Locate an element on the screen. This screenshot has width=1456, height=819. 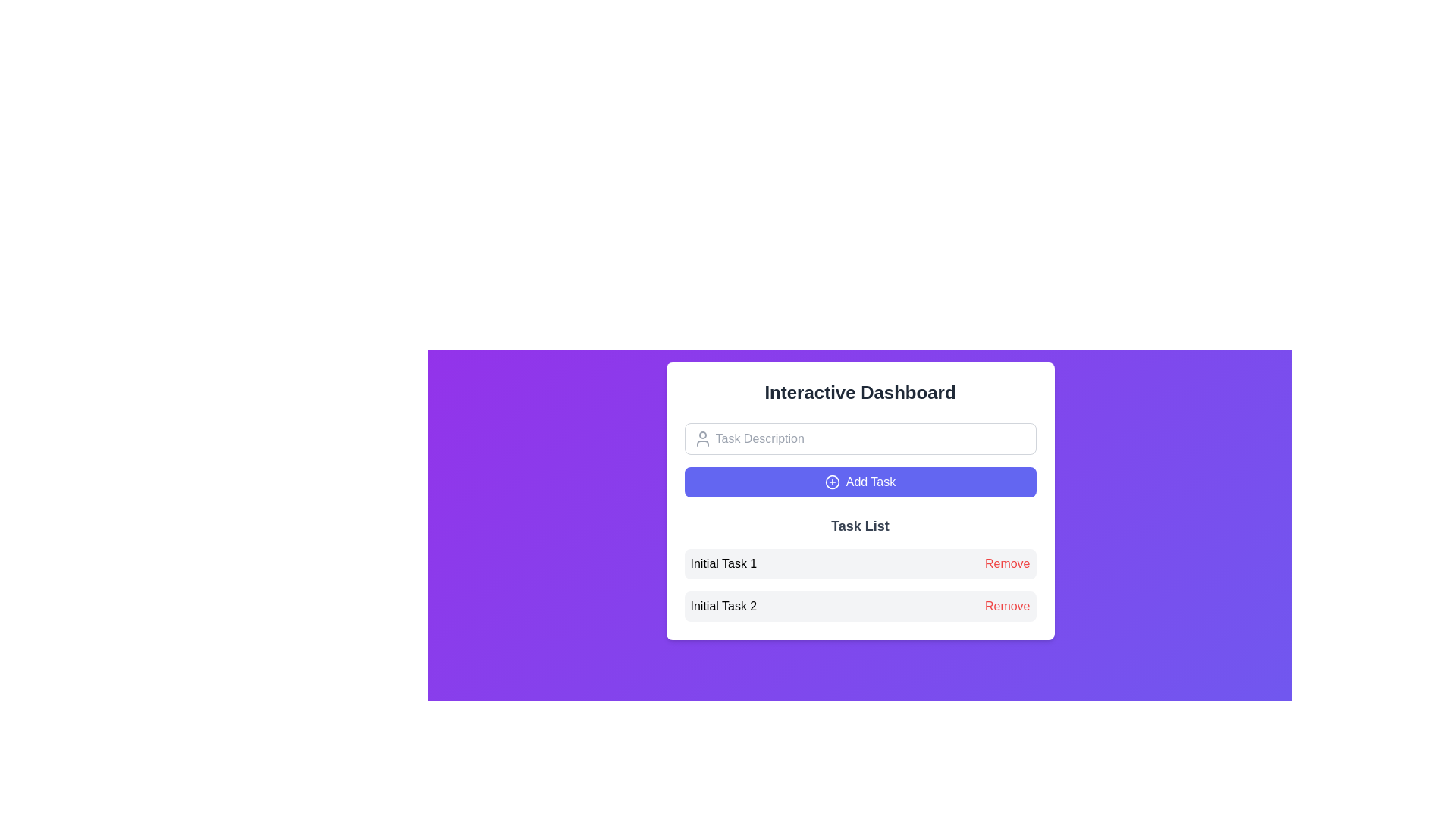
the red 'Remove' text link button located on the right side of the second row in the task list is located at coordinates (1007, 605).